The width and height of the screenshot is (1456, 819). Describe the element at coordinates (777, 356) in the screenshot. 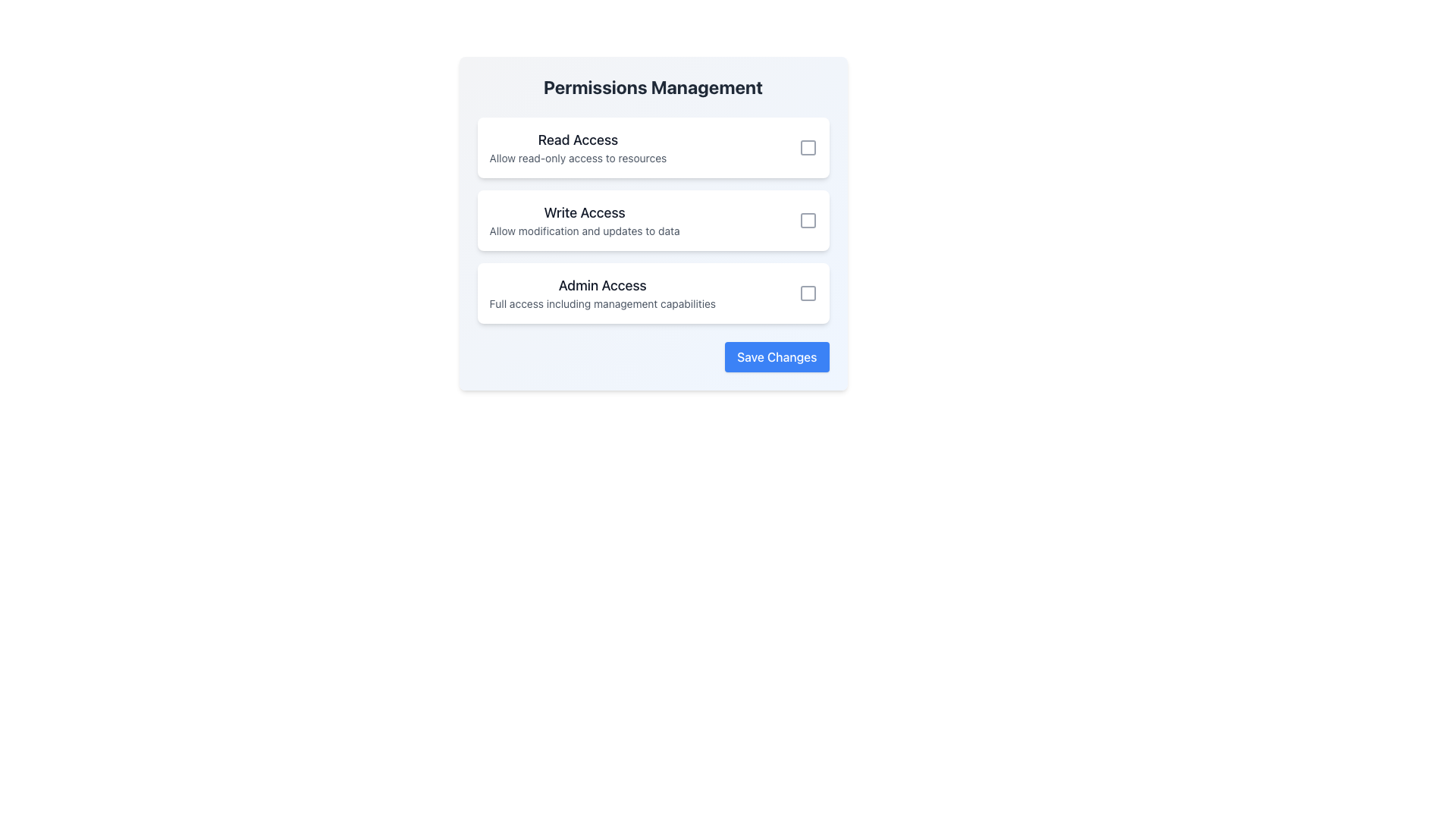

I see `the blue 'Save Changes' button located in the lower-right corner of the permissions management card` at that location.